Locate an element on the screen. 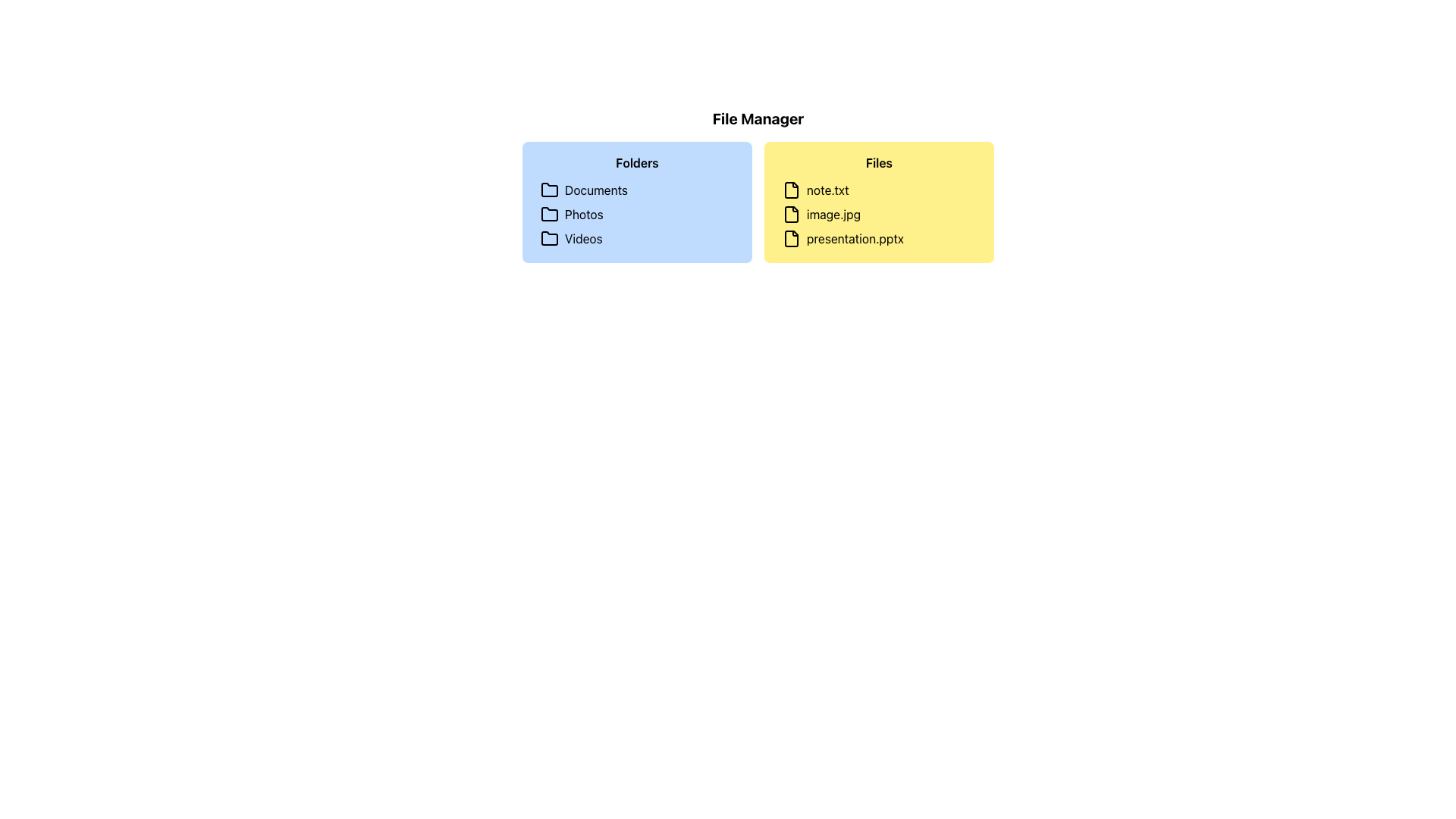  the folder icon representing the 'Documents' folder, located to the left of the 'Documents' label is located at coordinates (548, 189).